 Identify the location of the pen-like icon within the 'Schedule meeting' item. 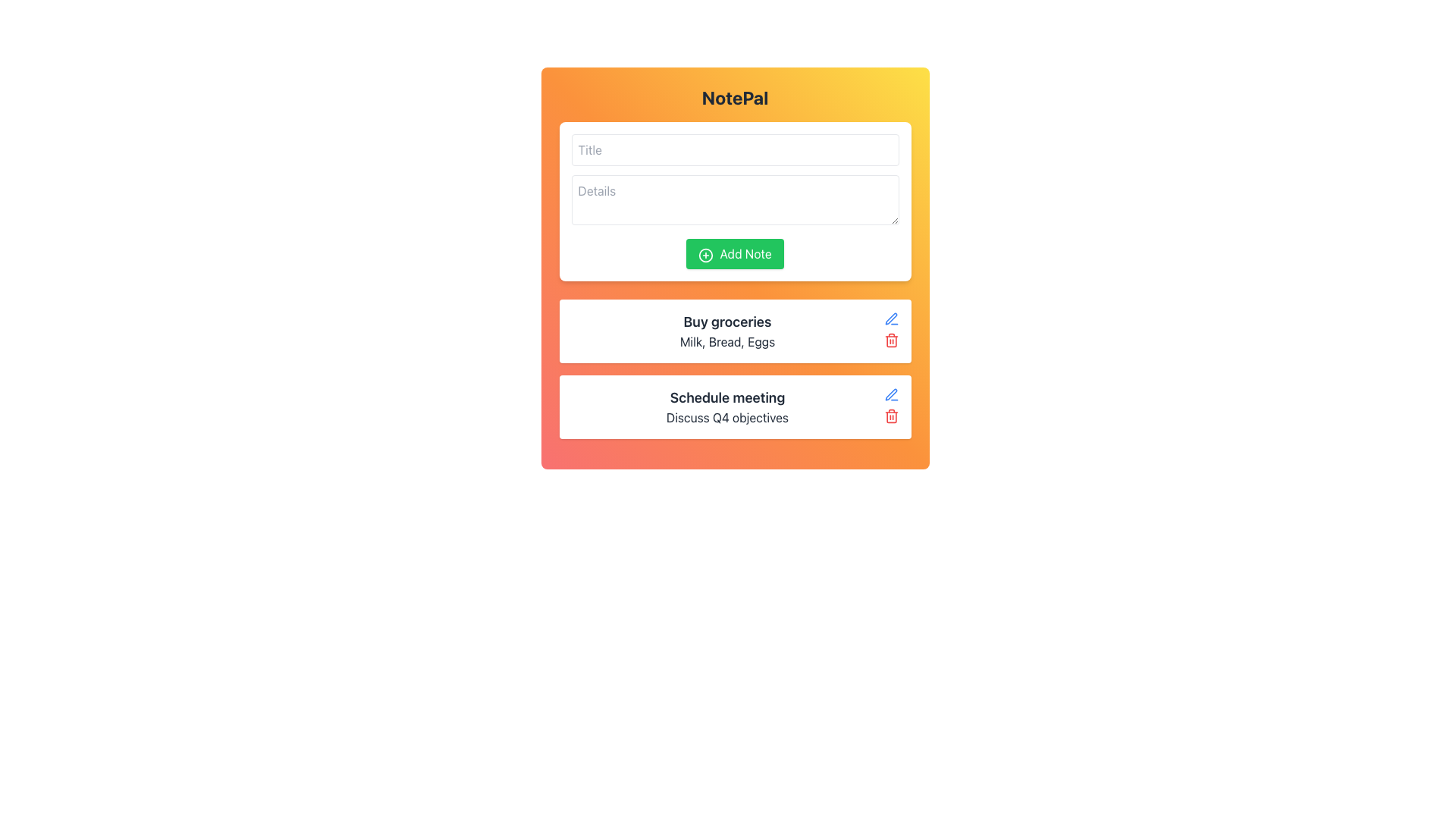
(891, 318).